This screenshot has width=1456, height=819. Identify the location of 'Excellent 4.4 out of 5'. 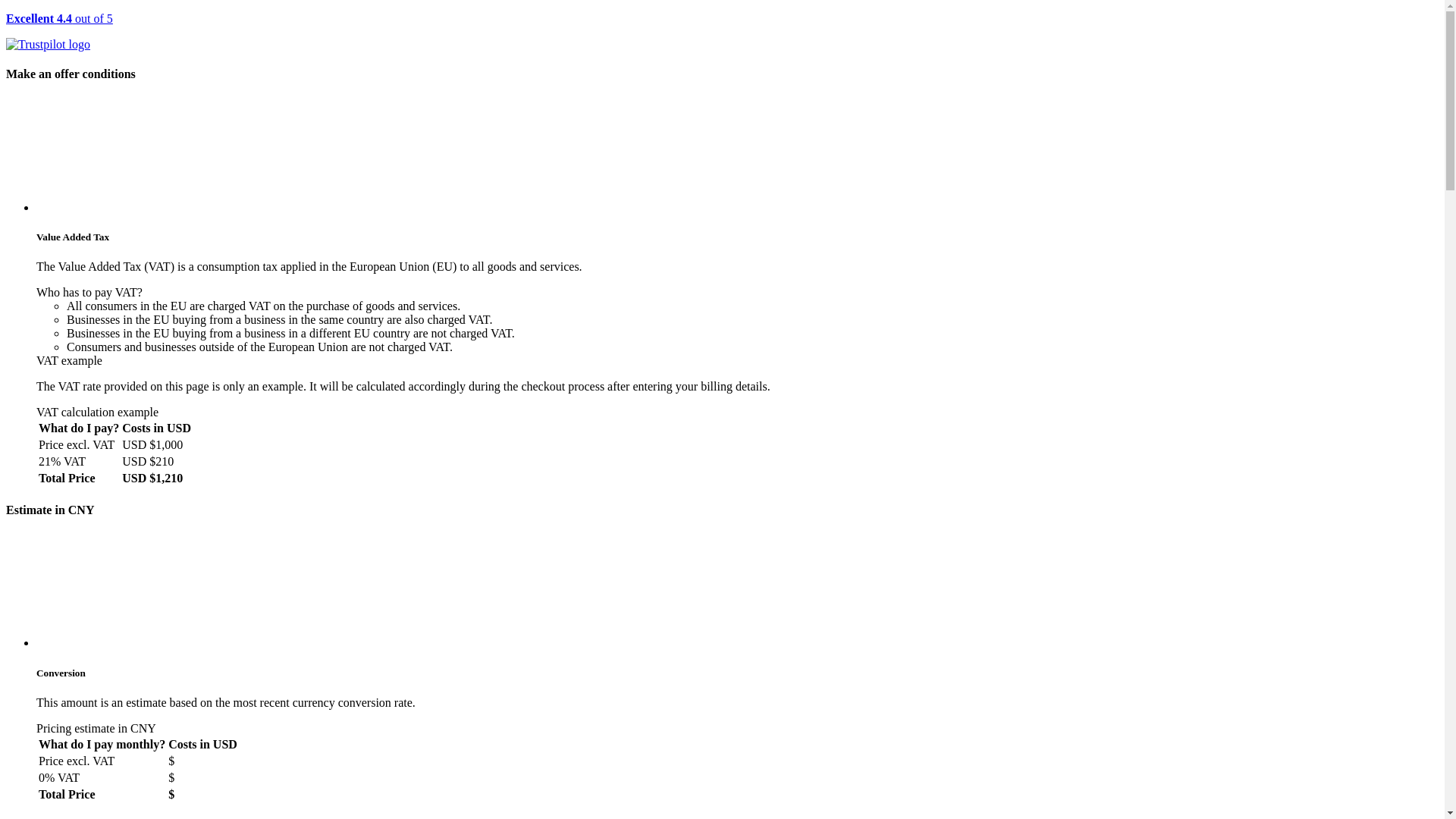
(6, 31).